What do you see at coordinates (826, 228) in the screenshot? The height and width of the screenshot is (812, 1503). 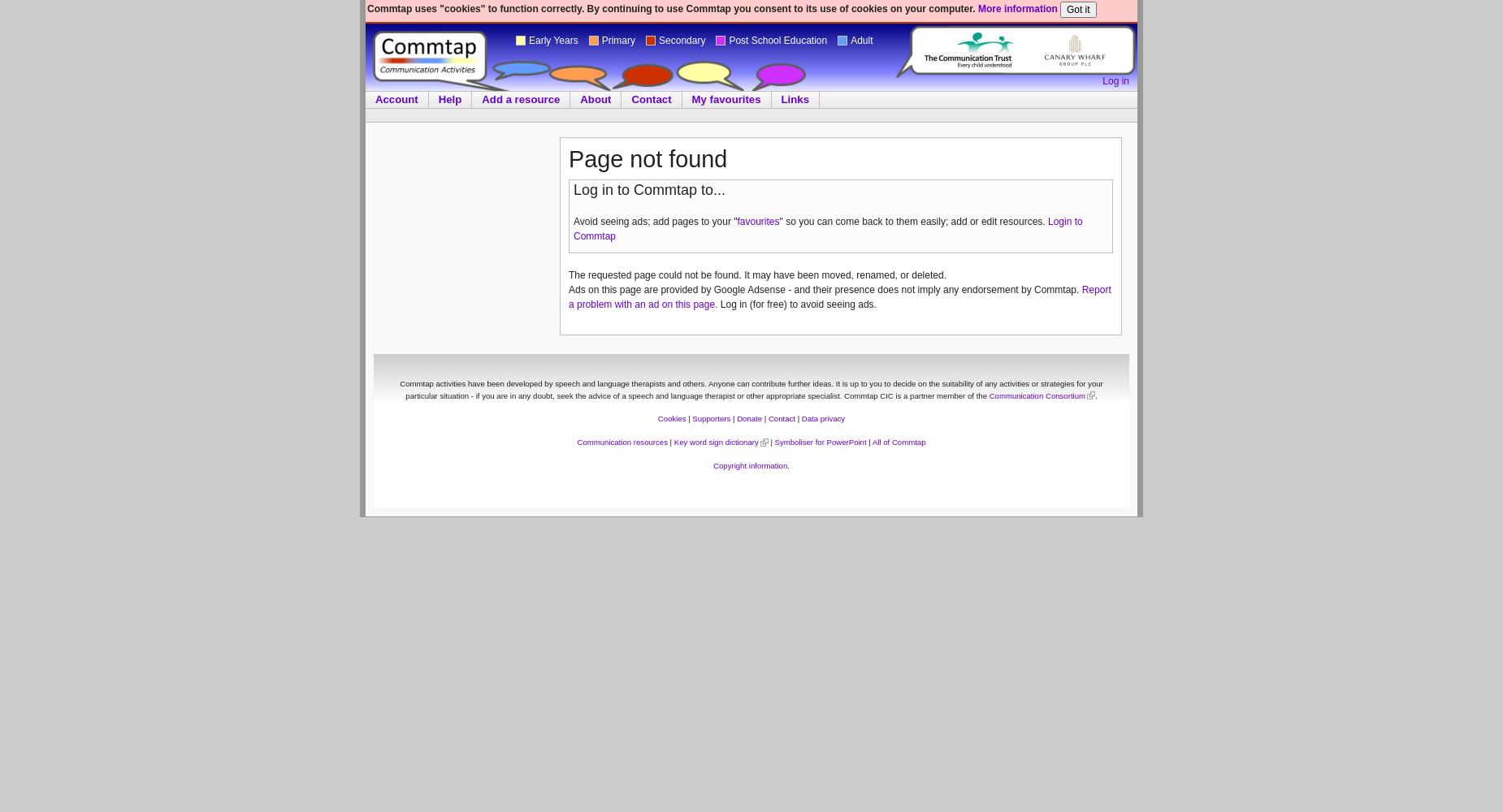 I see `'Login to Commtap'` at bounding box center [826, 228].